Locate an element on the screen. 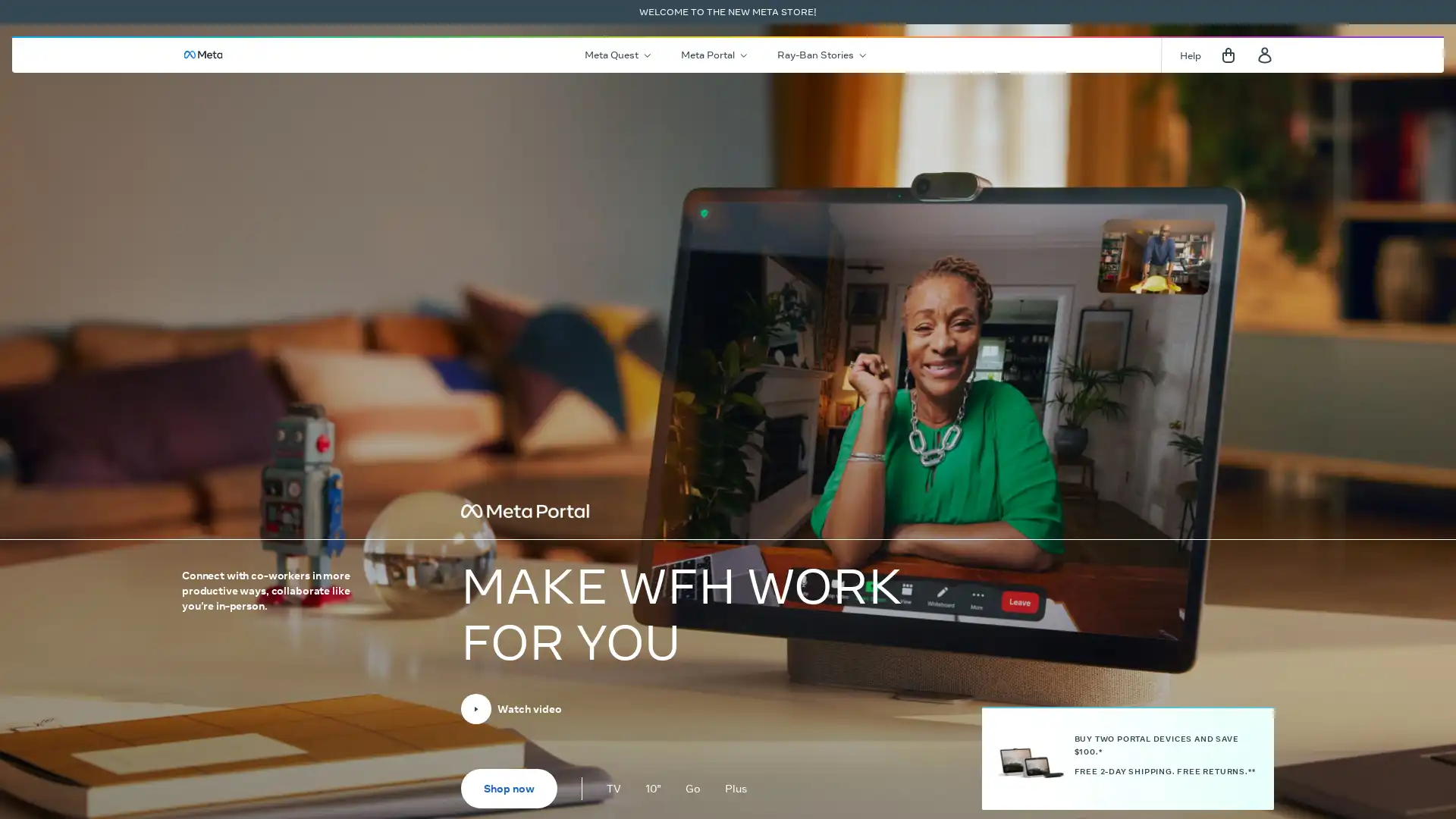 The width and height of the screenshot is (1456, 819). Watch video is located at coordinates (511, 708).